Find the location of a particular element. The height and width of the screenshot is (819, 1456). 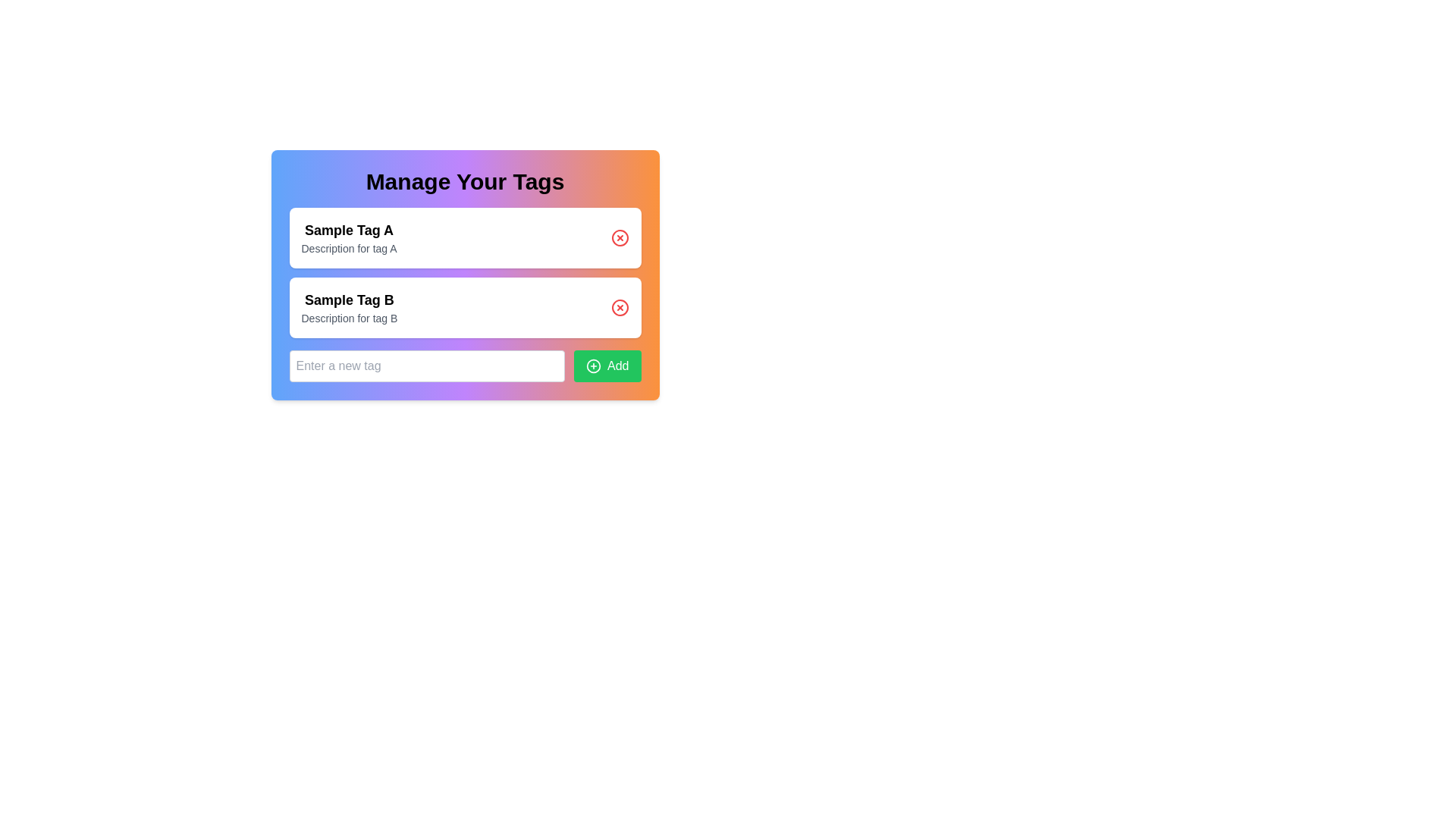

the button located at the bottom right of the form interface, which is used for adding new tags is located at coordinates (592, 366).